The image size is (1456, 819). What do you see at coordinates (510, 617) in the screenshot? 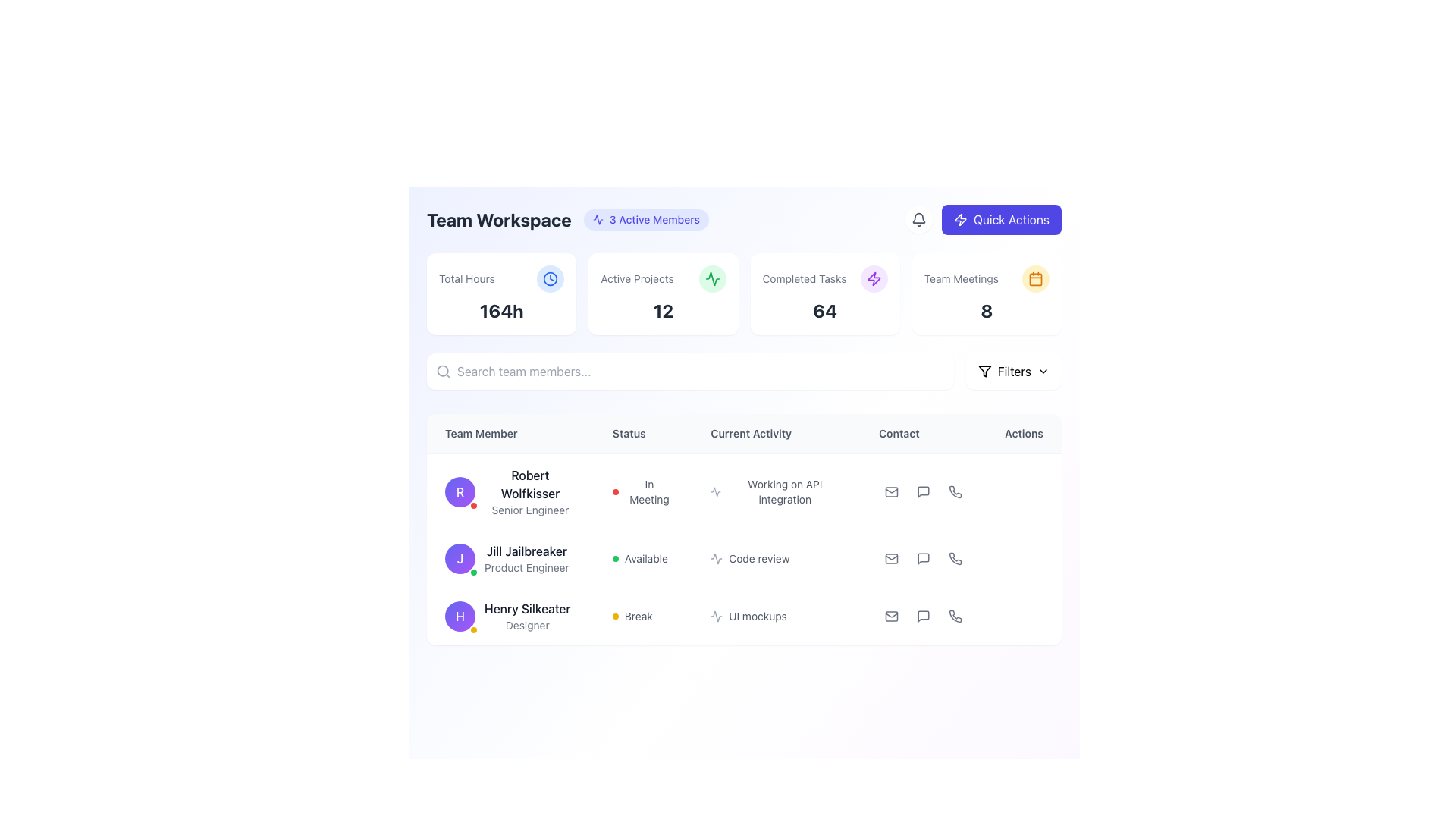
I see `the Profile card item for 'Henry Silkeater' in the 'Team Member' section` at bounding box center [510, 617].